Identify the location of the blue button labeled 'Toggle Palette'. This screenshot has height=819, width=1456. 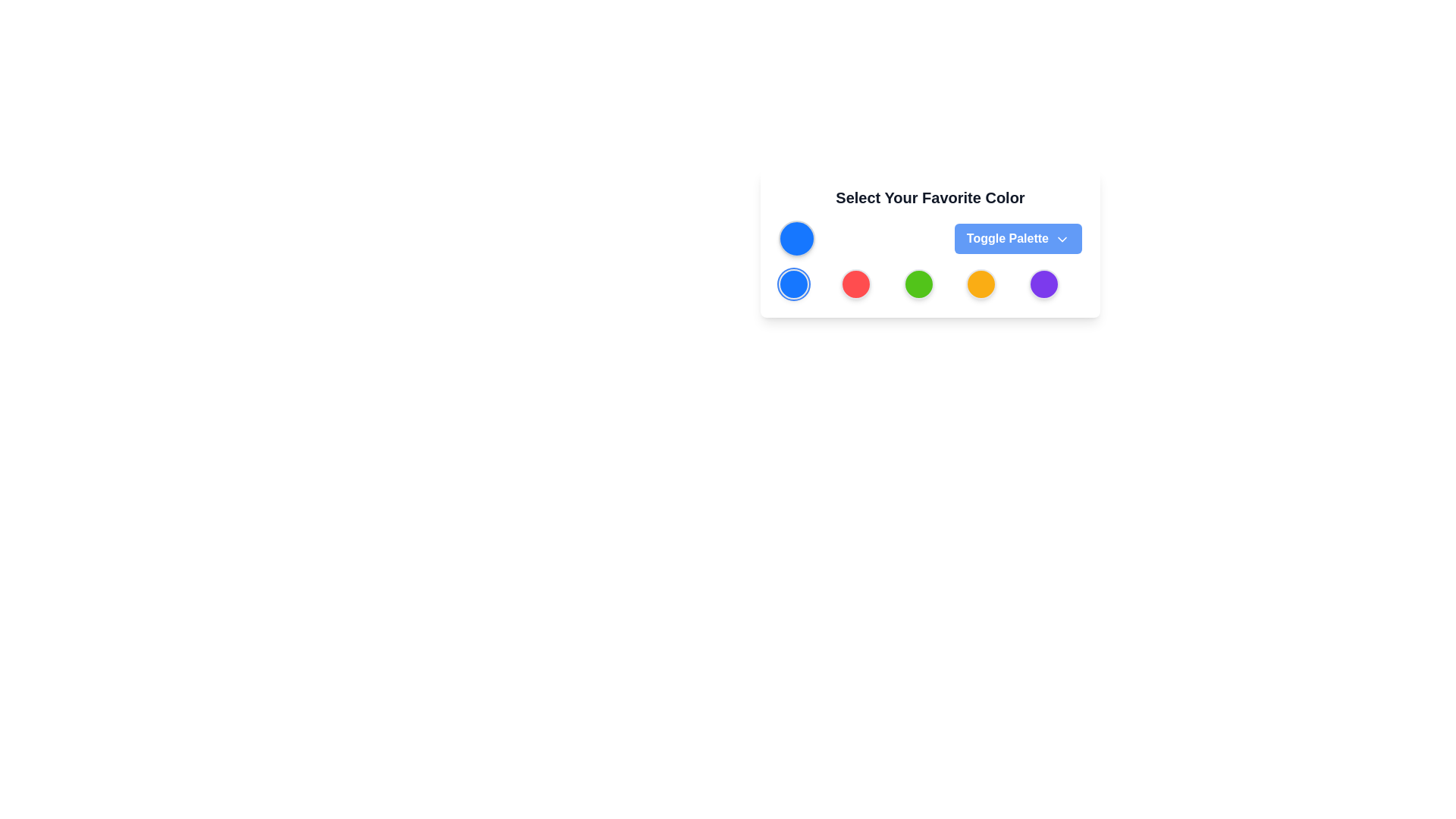
(1018, 239).